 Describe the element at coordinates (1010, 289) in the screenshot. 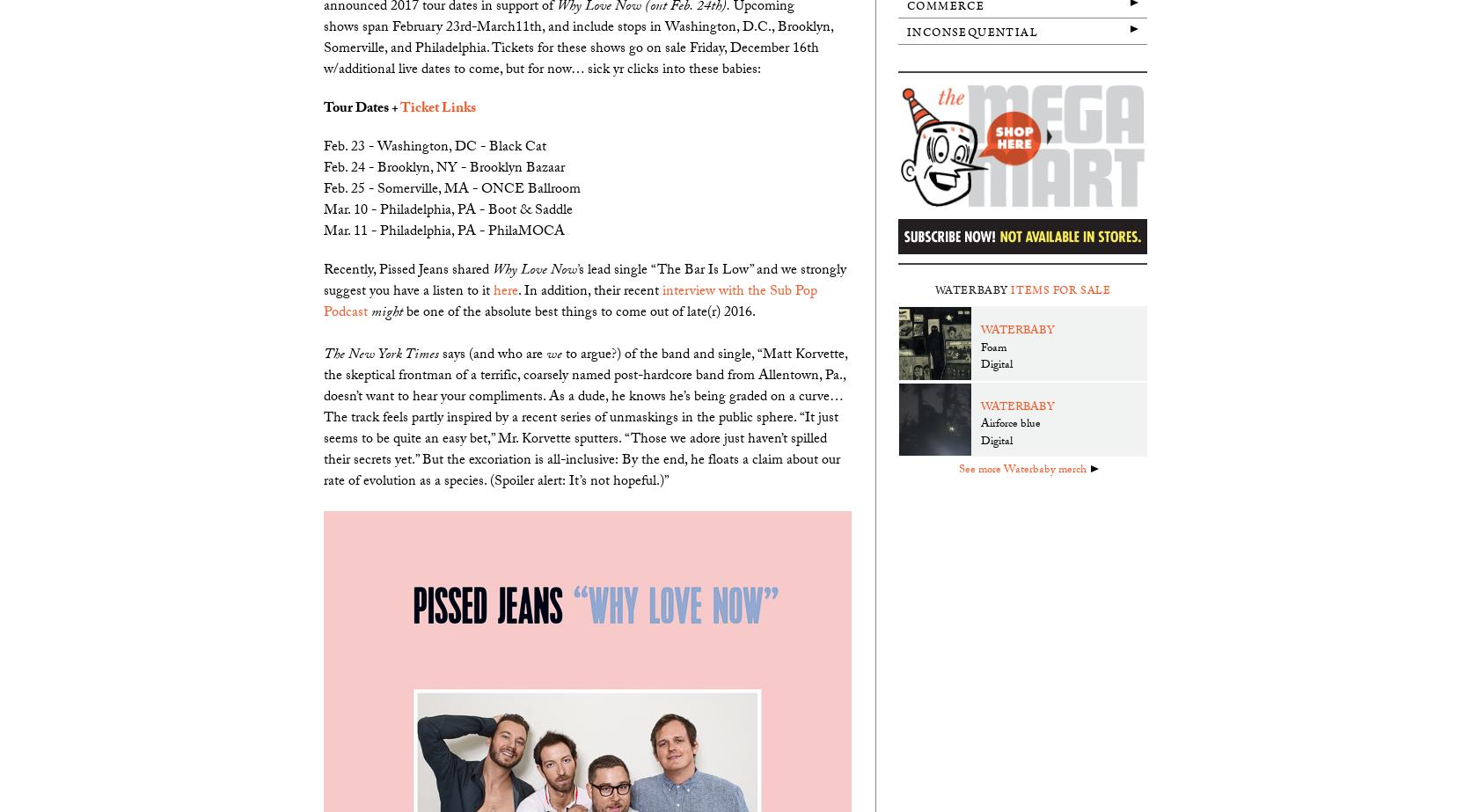

I see `'Items For Sale'` at that location.